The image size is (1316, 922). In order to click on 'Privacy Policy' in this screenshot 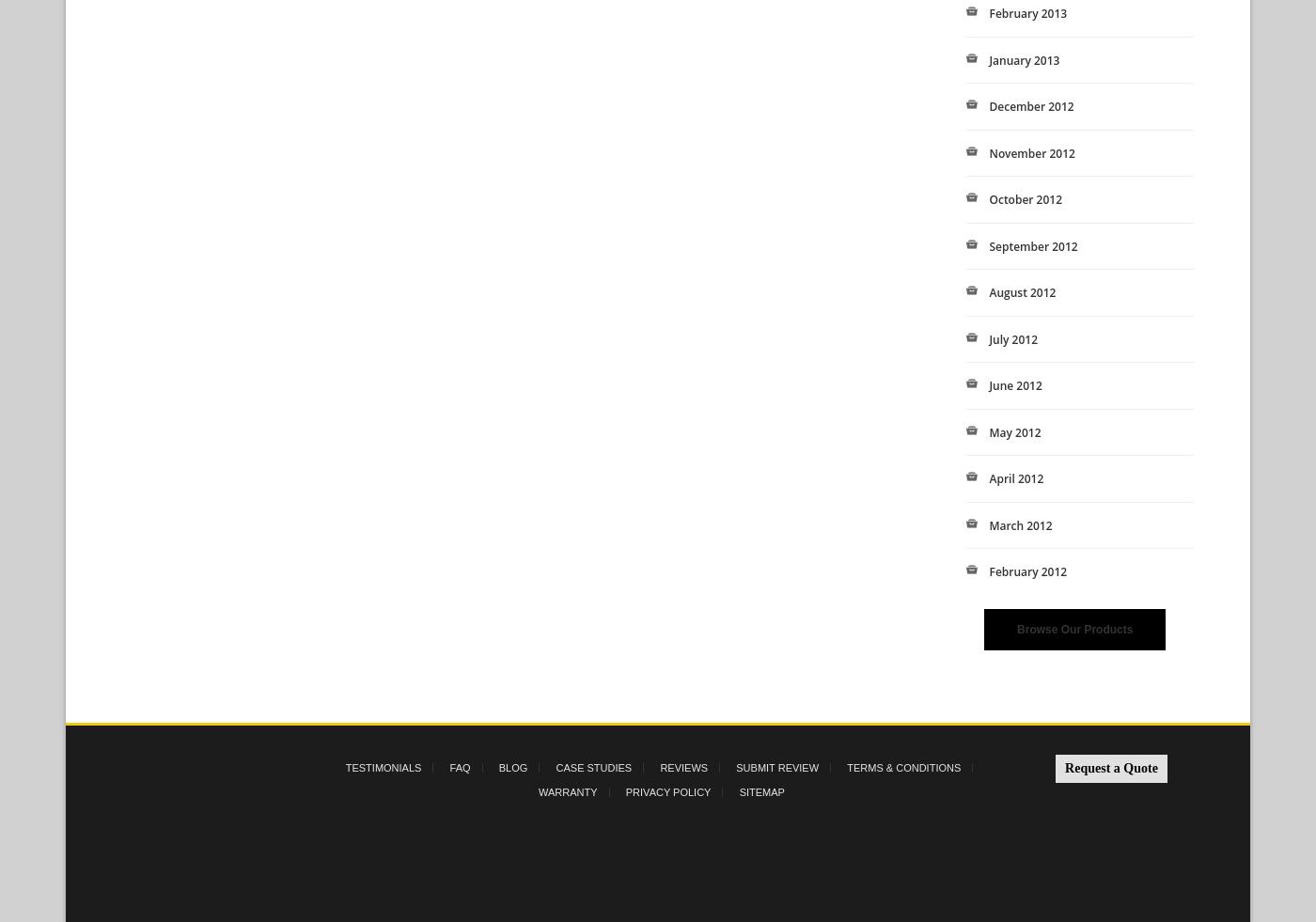, I will do `click(667, 790)`.